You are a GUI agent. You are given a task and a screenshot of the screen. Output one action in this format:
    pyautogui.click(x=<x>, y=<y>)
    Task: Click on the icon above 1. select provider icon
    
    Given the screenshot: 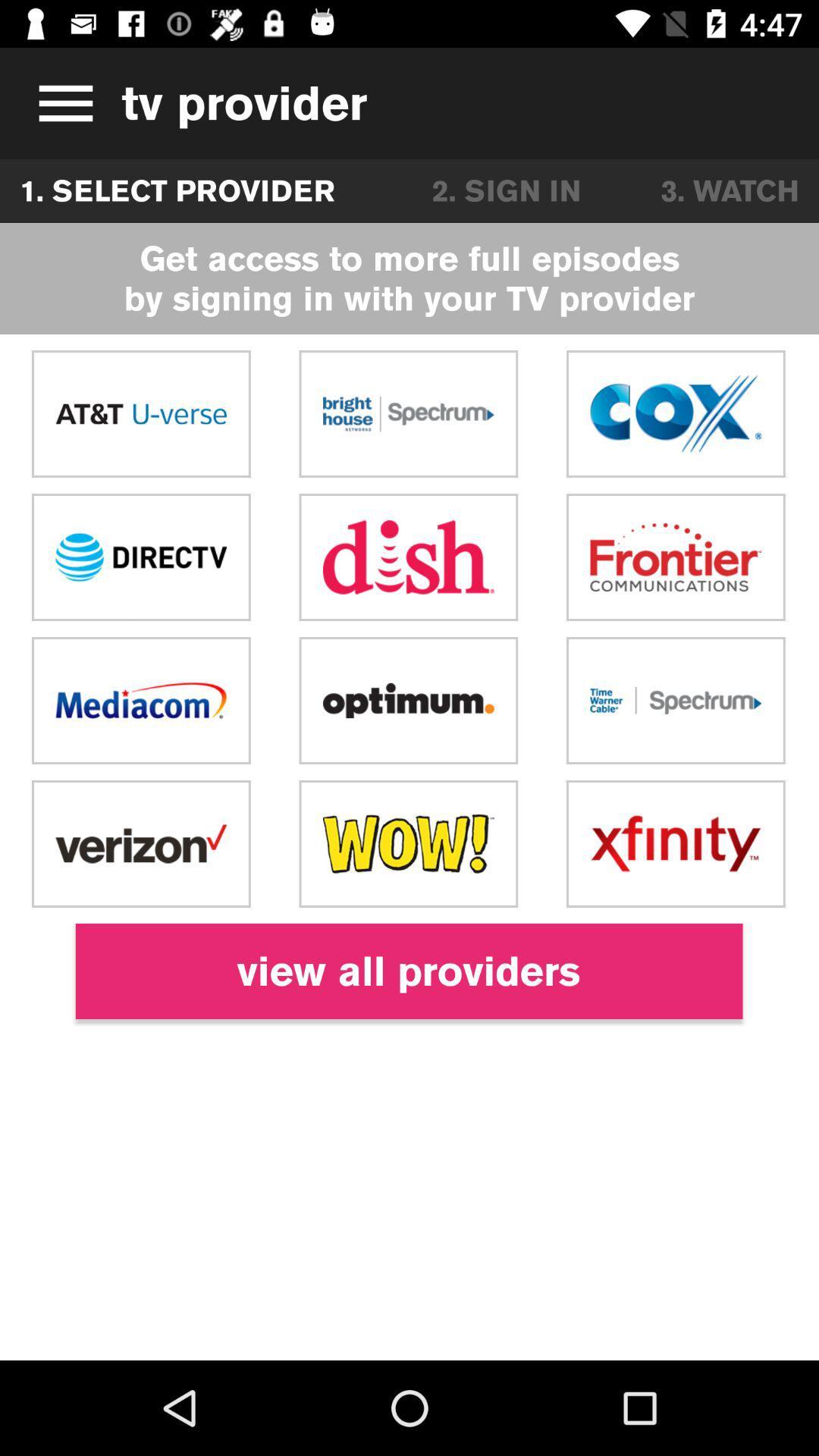 What is the action you would take?
    pyautogui.click(x=60, y=102)
    